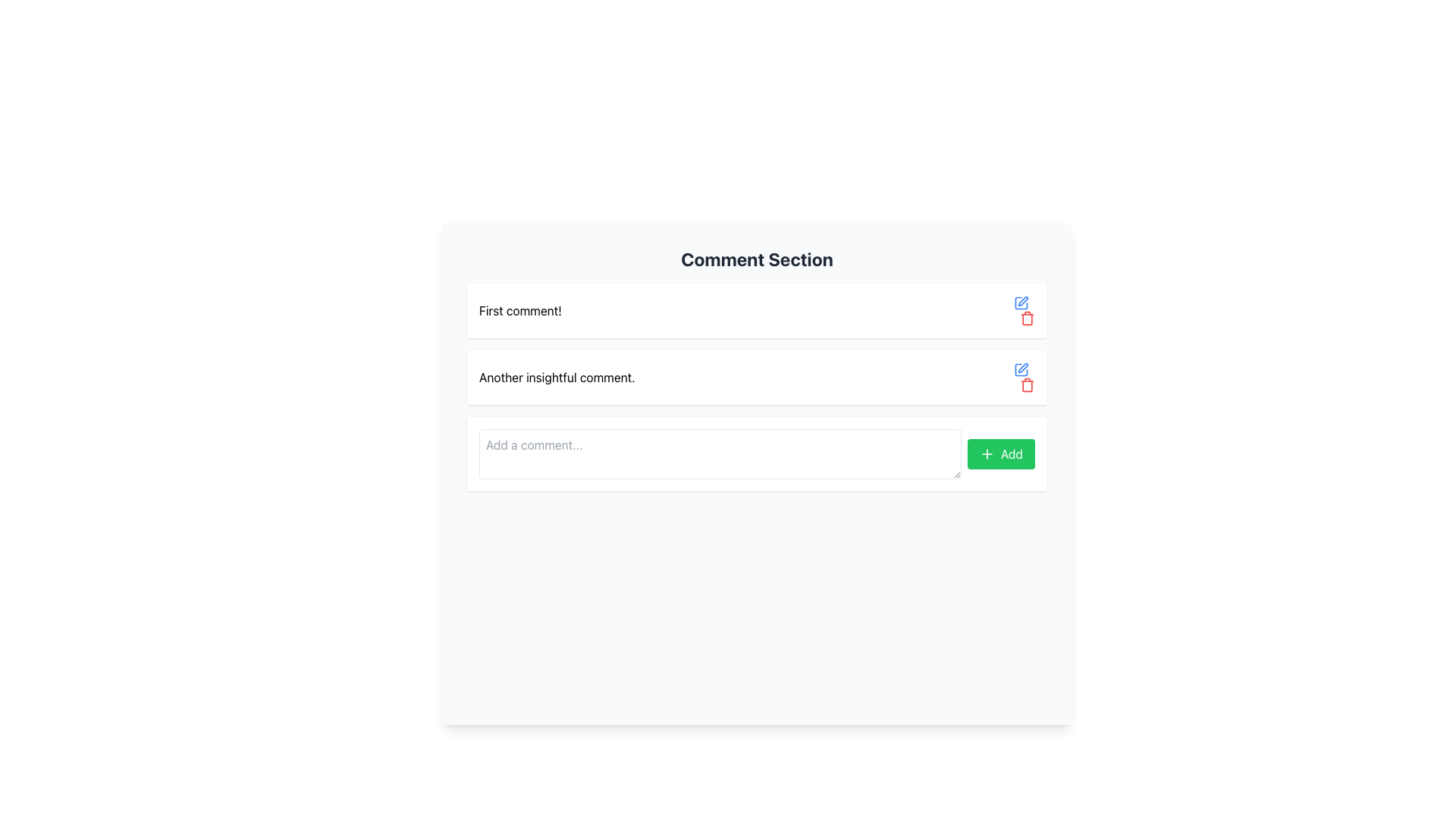 This screenshot has height=819, width=1456. I want to click on the icon button located at the right end of the comment section's first comment row, so click(1021, 303).